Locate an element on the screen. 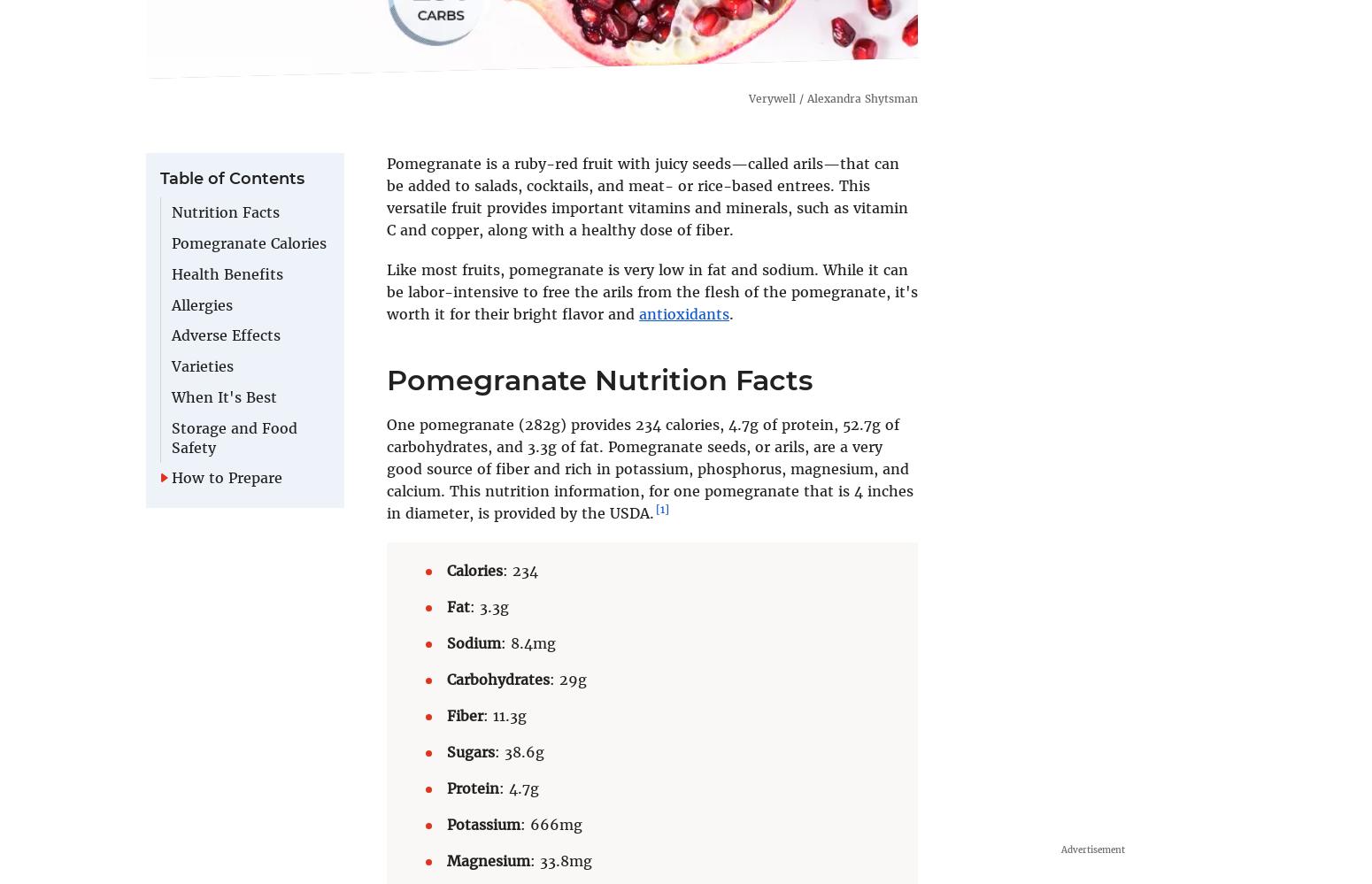 The width and height of the screenshot is (1372, 884). 'Fiber' is located at coordinates (464, 714).